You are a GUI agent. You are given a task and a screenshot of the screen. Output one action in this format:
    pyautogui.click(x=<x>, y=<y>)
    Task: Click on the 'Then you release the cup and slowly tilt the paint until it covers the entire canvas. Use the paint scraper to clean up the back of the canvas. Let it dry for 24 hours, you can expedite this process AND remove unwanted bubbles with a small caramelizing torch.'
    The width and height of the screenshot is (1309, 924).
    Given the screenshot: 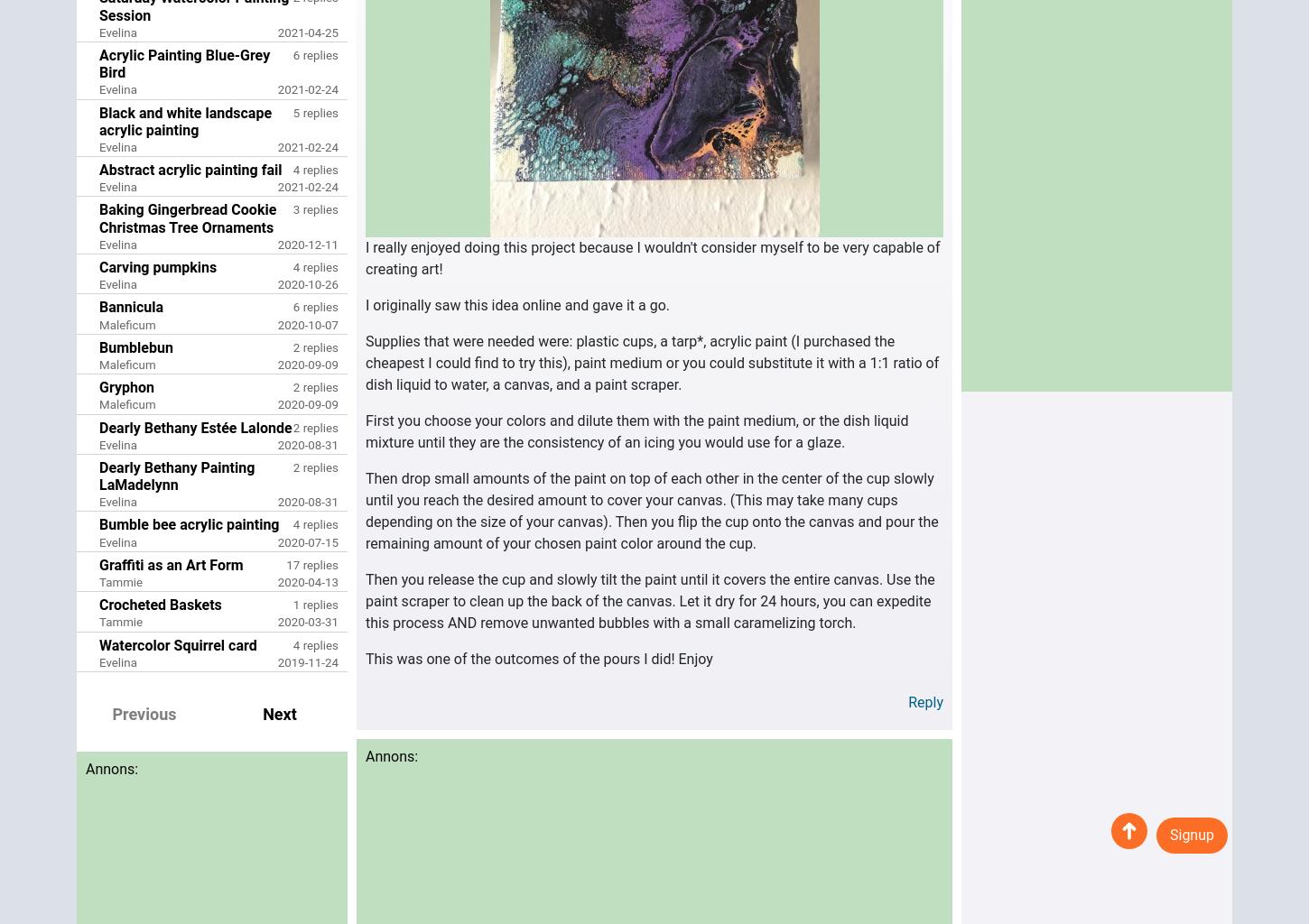 What is the action you would take?
    pyautogui.click(x=649, y=600)
    